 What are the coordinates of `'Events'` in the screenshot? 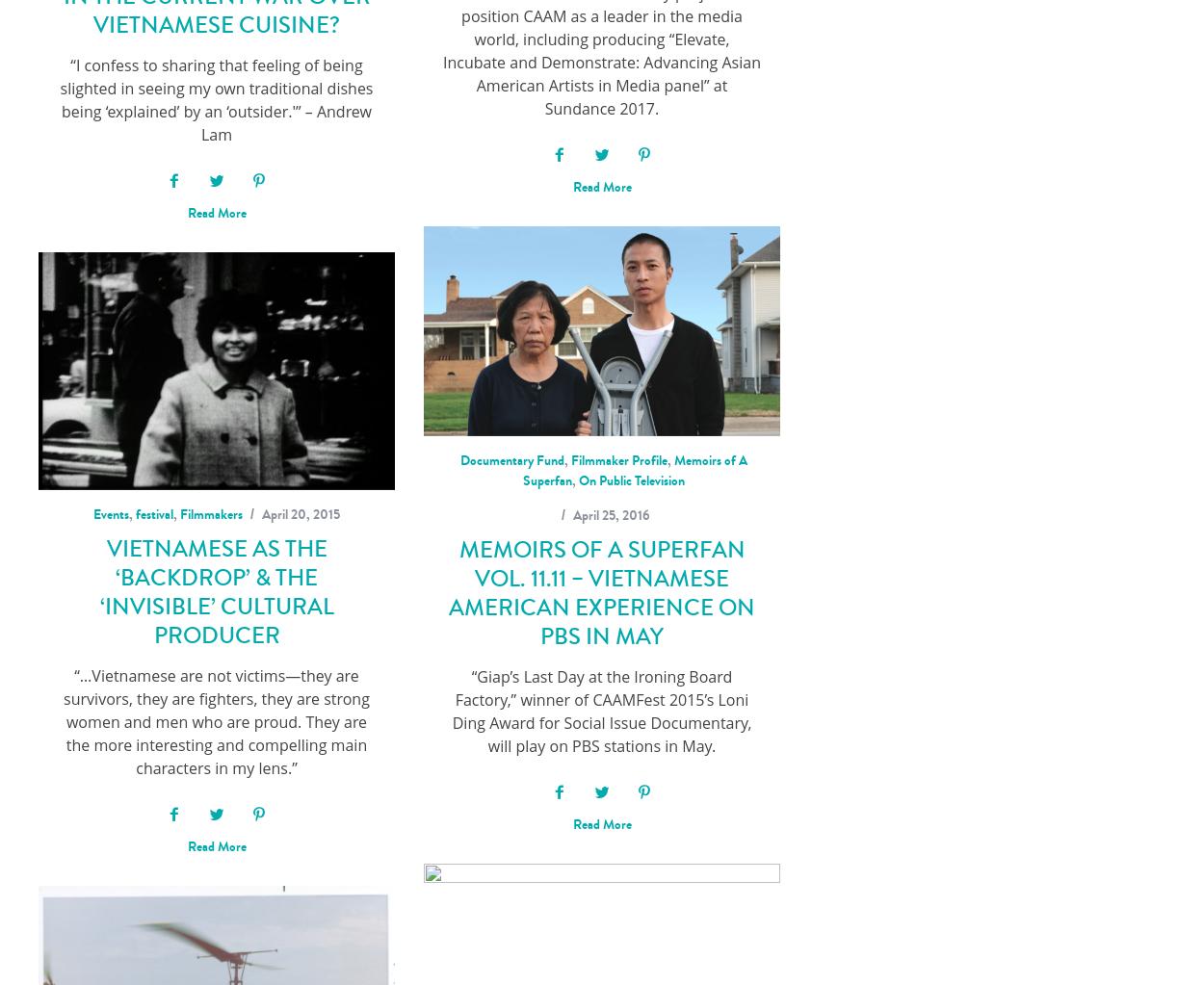 It's located at (110, 513).